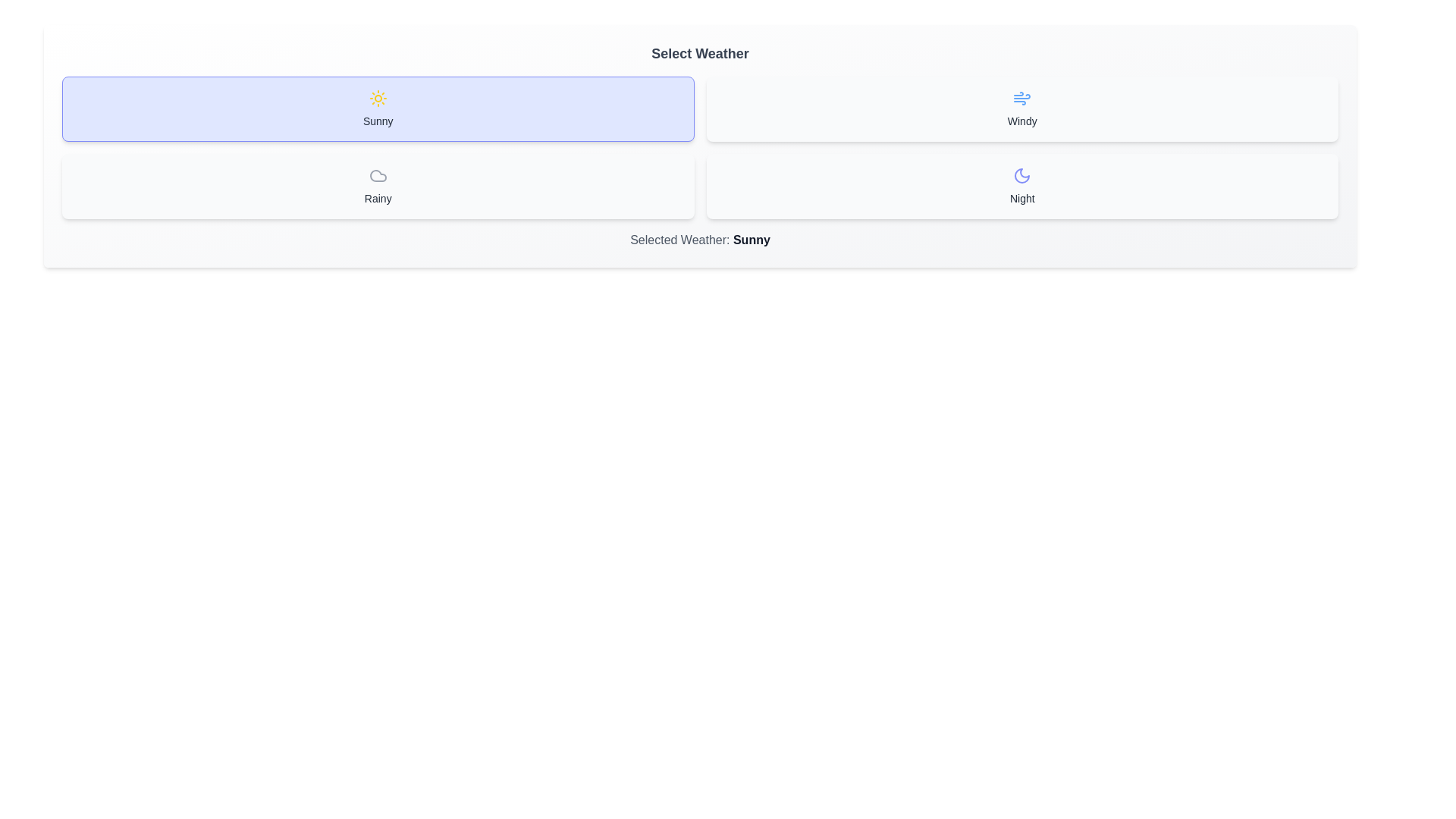 The height and width of the screenshot is (819, 1456). I want to click on the button corresponding to the weather option Rainy, so click(378, 186).